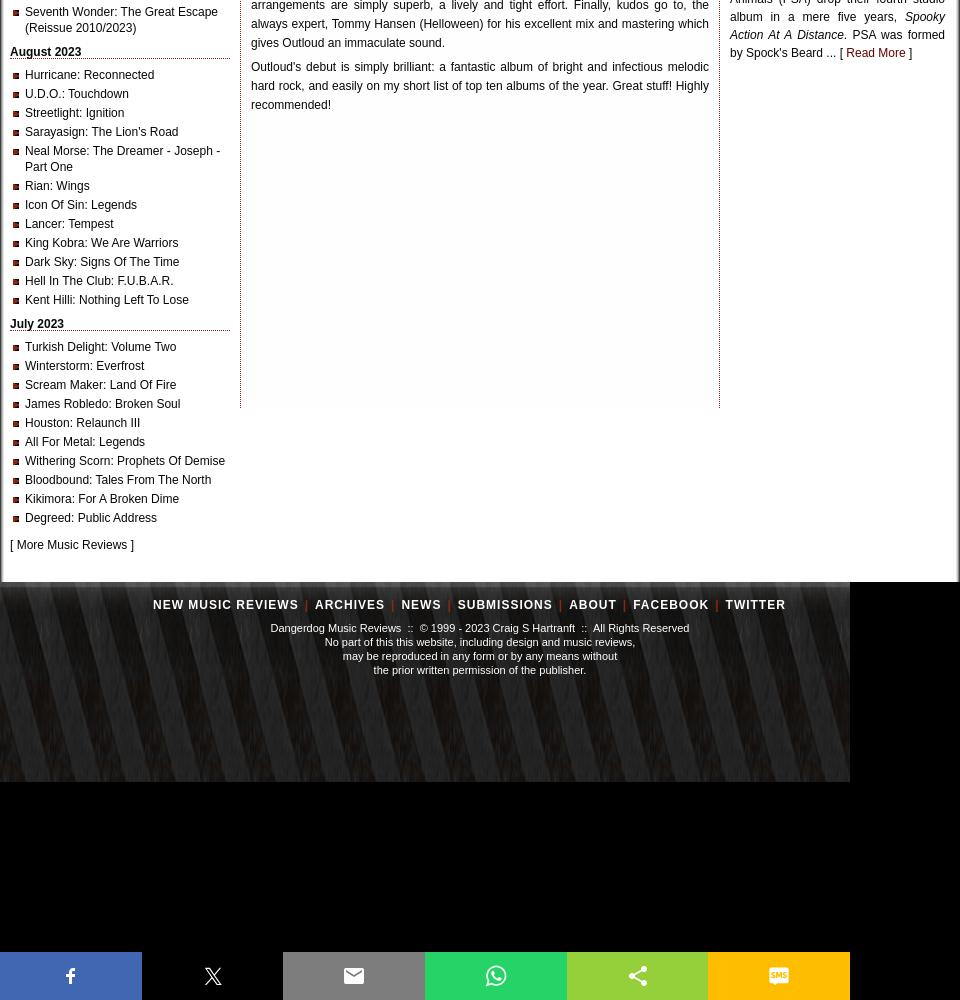  What do you see at coordinates (47, 518) in the screenshot?
I see `'Degreed'` at bounding box center [47, 518].